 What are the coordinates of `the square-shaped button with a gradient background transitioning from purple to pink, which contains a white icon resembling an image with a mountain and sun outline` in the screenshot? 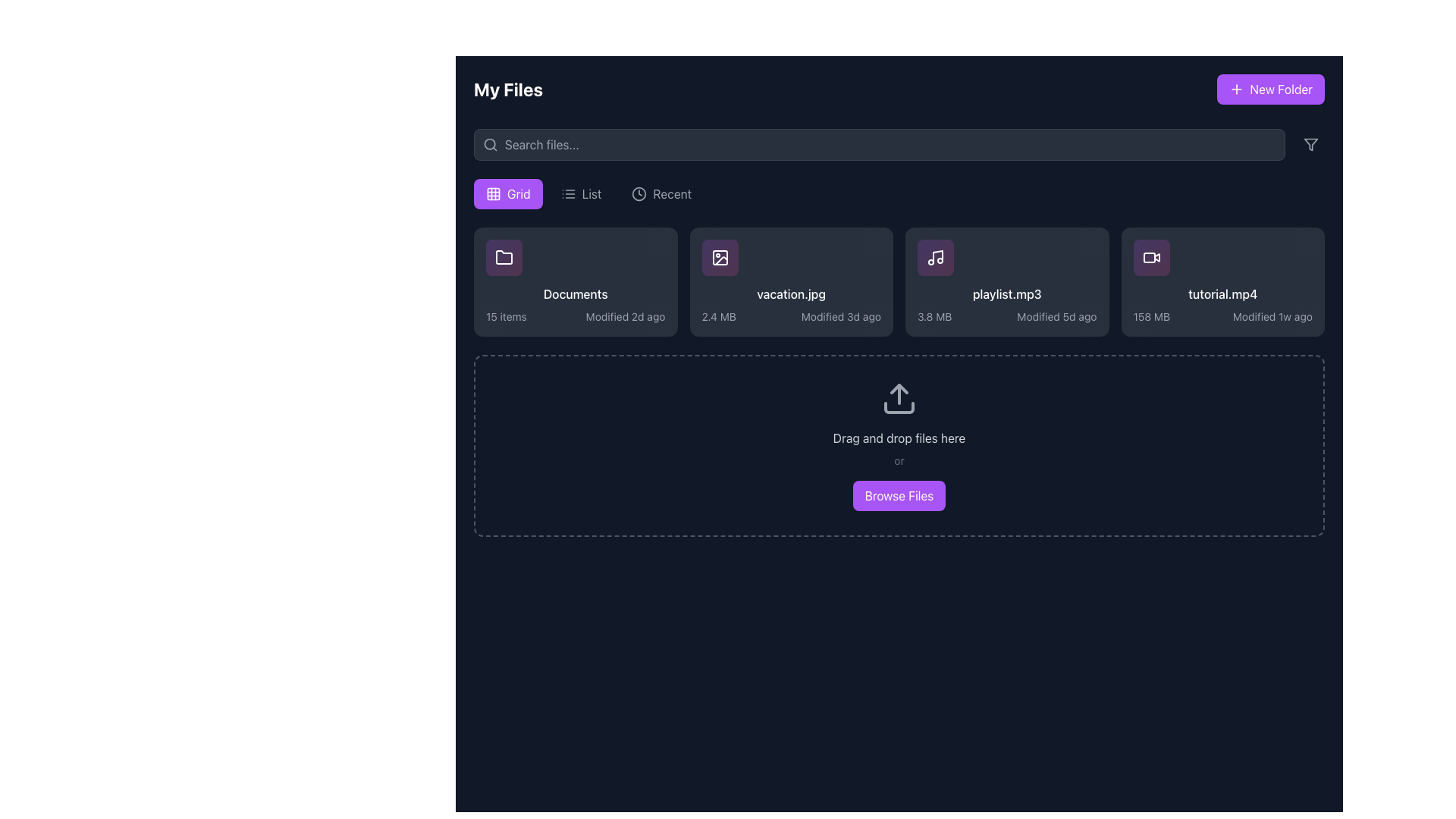 It's located at (719, 256).